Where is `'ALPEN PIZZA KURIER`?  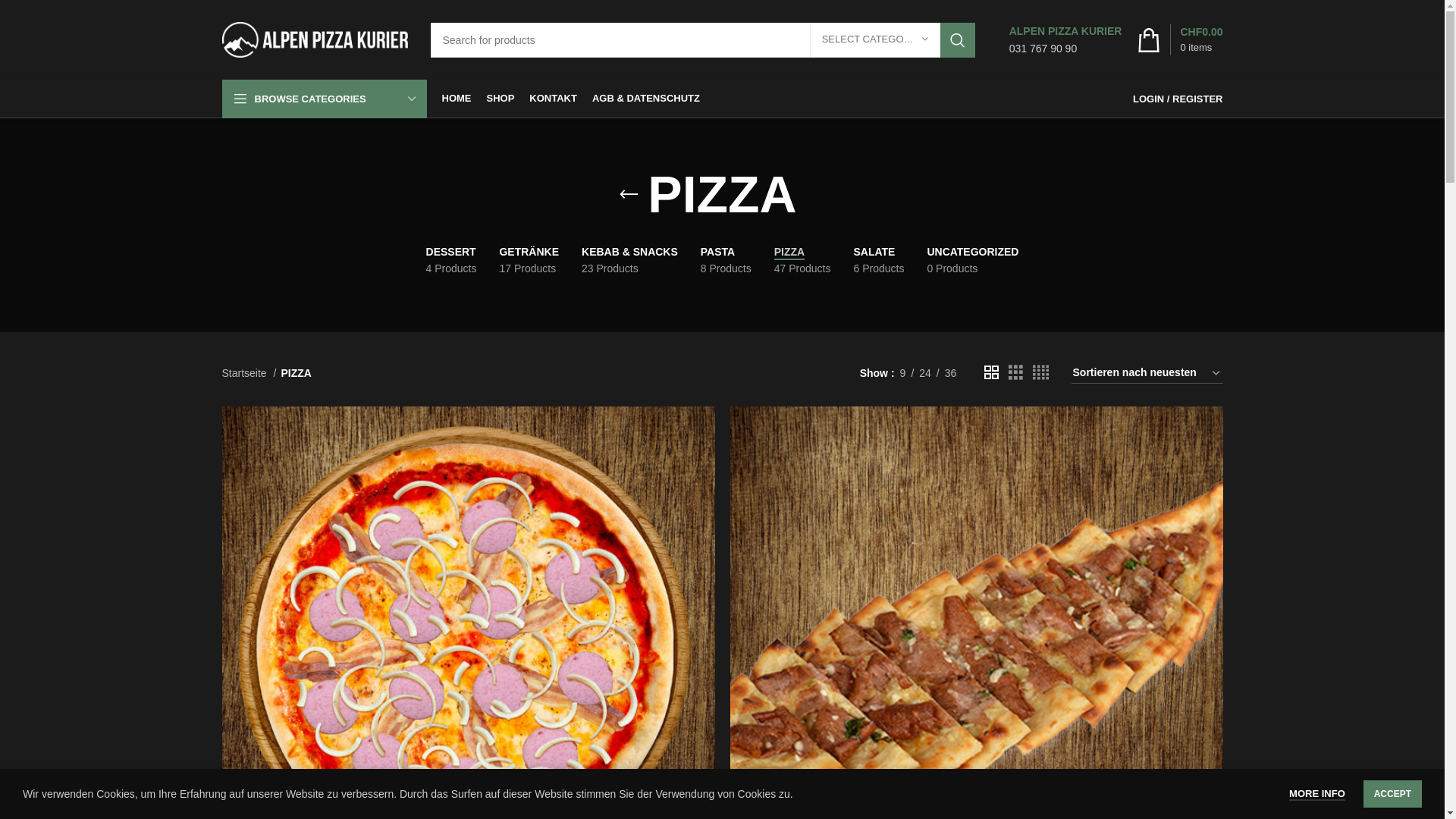 'ALPEN PIZZA KURIER is located at coordinates (1009, 39).